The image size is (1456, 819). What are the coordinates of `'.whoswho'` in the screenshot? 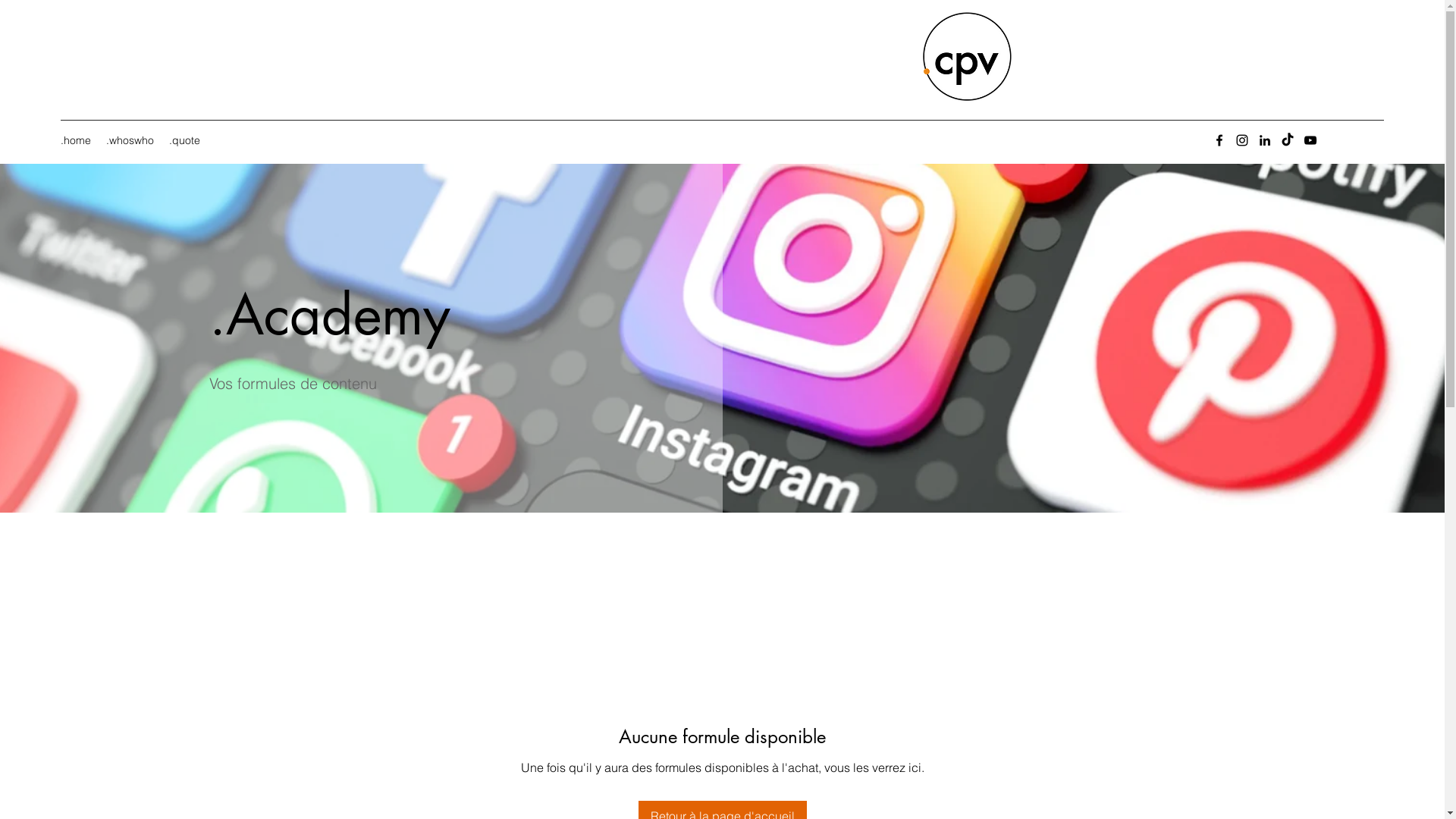 It's located at (130, 140).